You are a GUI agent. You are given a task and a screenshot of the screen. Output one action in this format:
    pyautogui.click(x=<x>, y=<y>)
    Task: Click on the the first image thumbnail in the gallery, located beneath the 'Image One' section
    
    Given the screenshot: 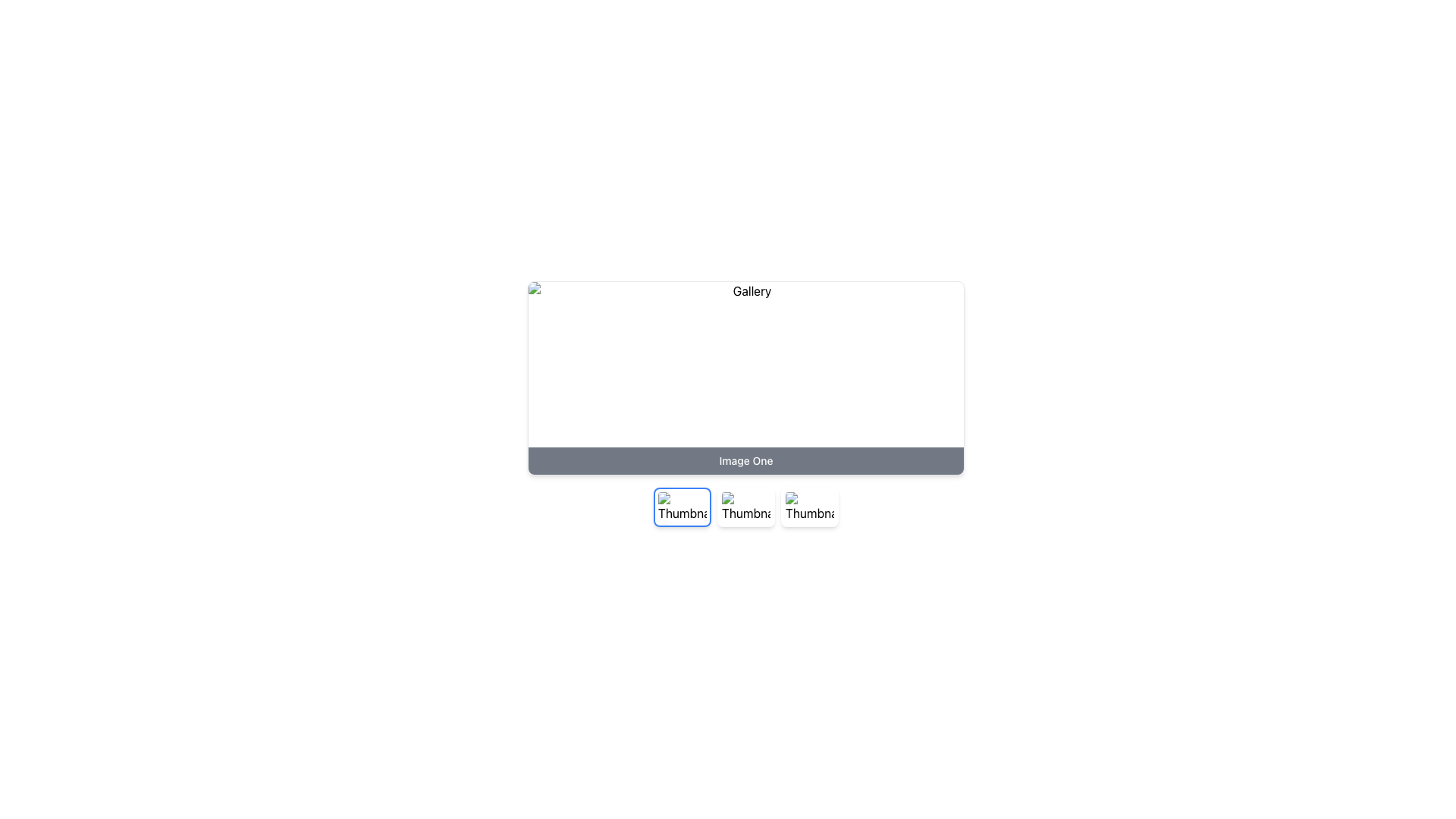 What is the action you would take?
    pyautogui.click(x=682, y=507)
    